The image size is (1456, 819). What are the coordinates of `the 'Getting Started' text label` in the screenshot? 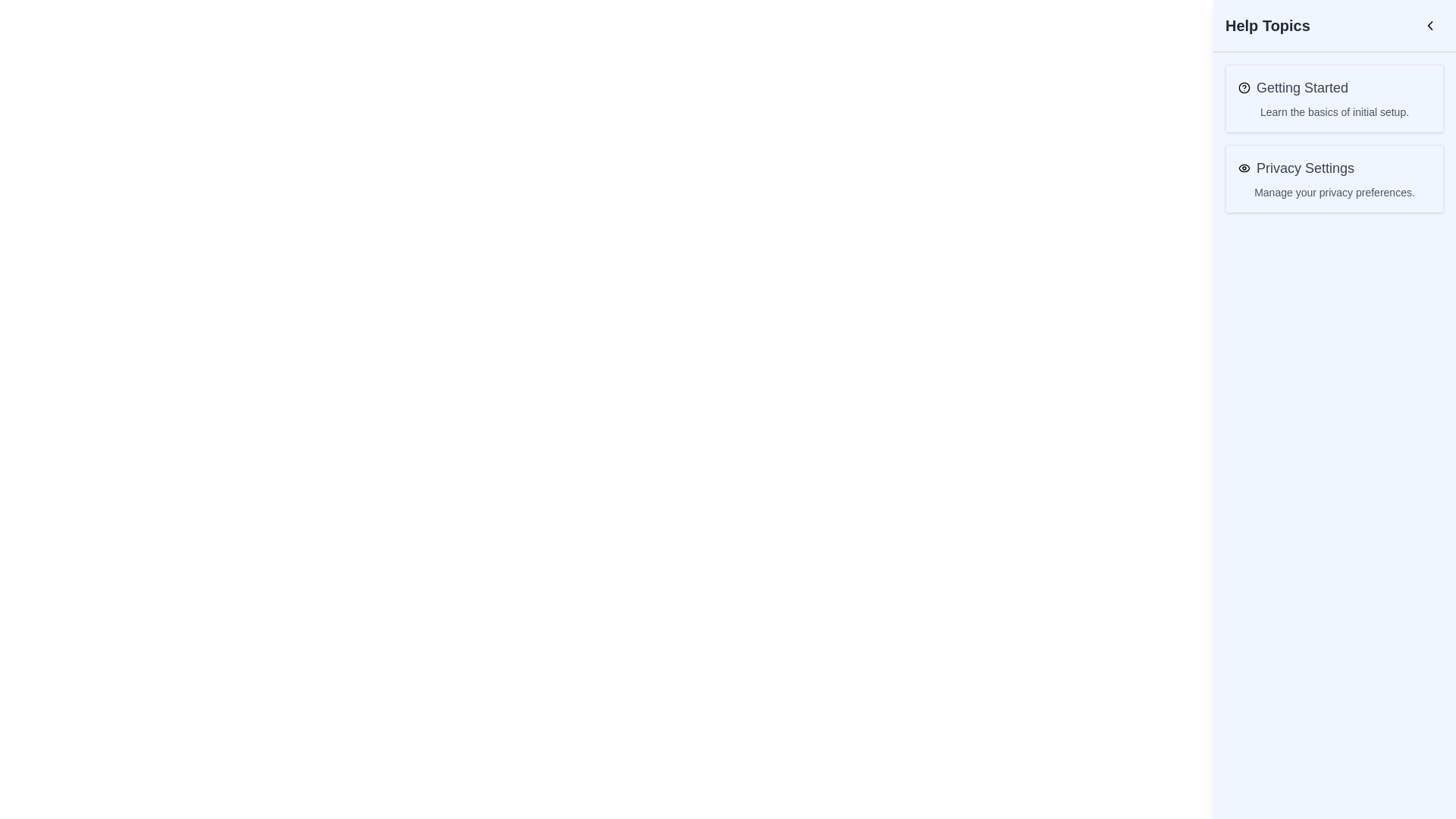 It's located at (1301, 87).